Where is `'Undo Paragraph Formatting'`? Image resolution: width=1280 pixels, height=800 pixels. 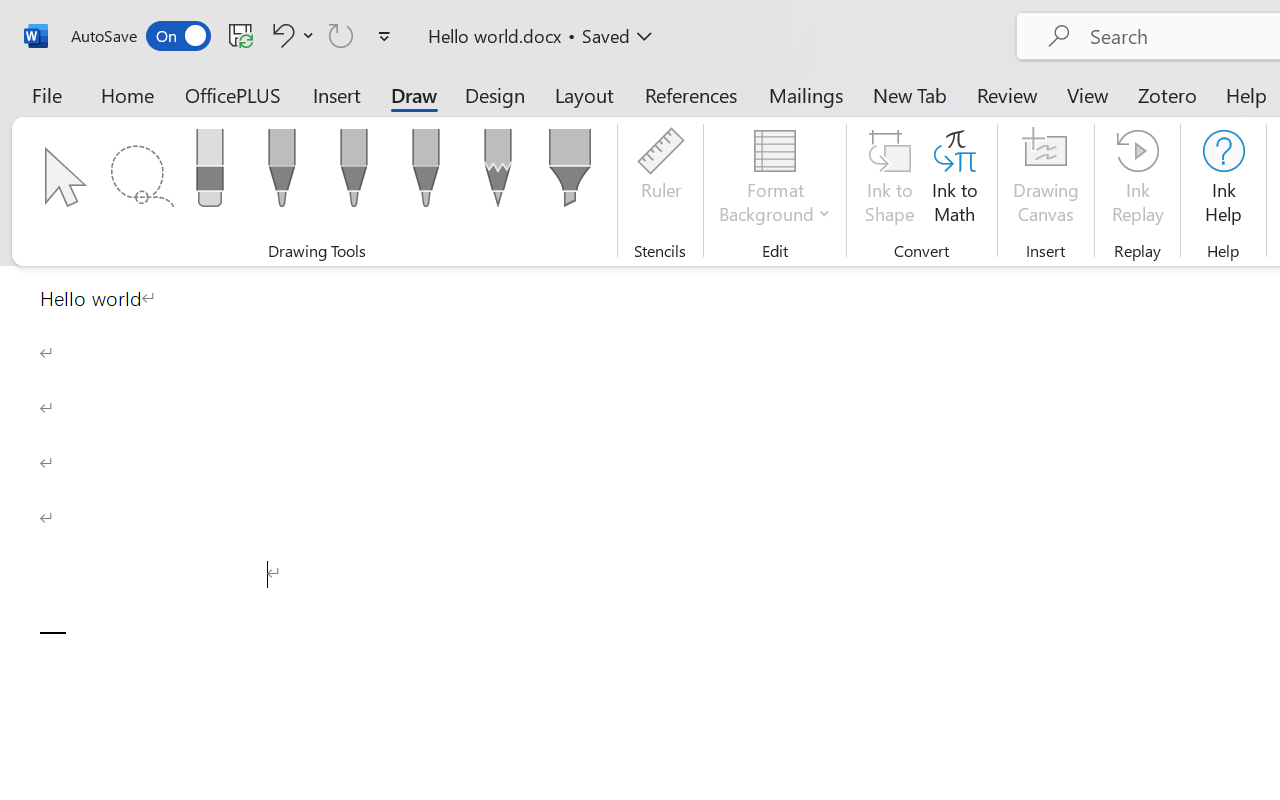 'Undo Paragraph Formatting' is located at coordinates (289, 34).